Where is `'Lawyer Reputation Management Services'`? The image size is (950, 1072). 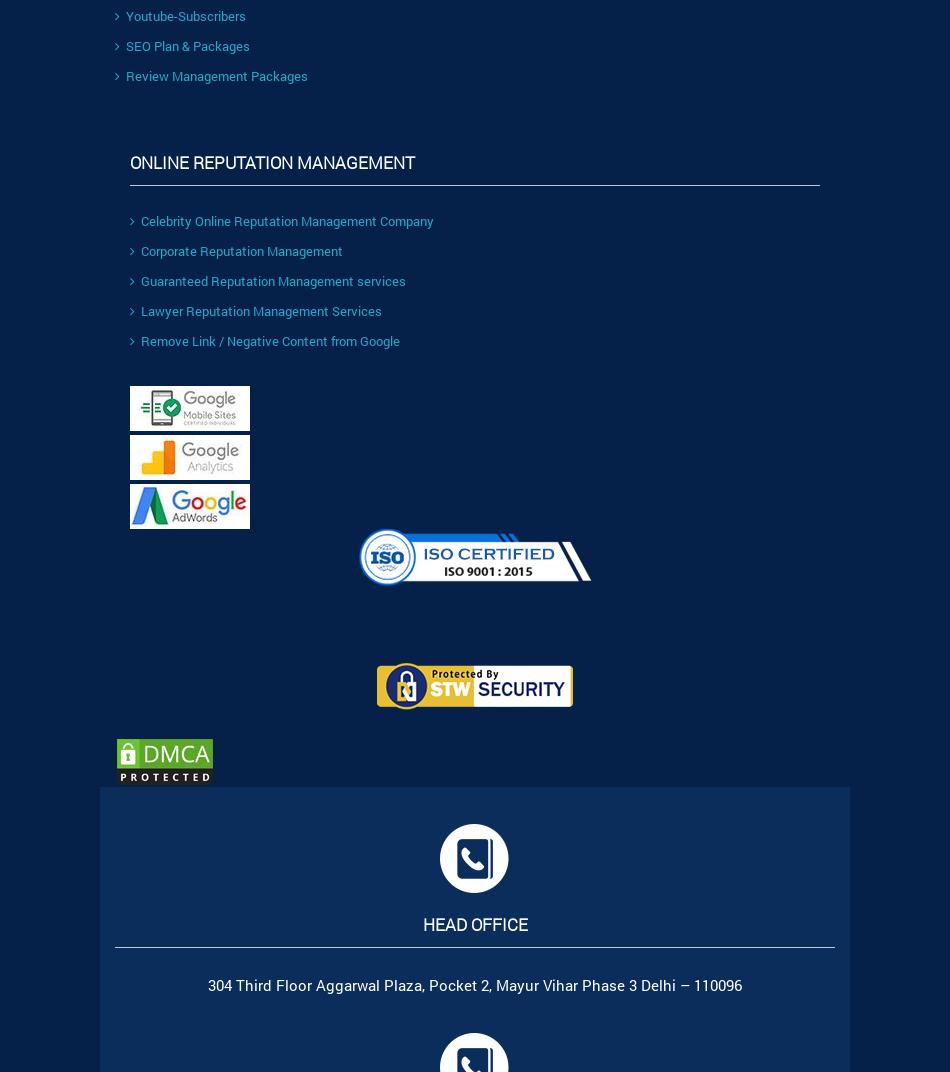
'Lawyer Reputation Management Services' is located at coordinates (260, 309).